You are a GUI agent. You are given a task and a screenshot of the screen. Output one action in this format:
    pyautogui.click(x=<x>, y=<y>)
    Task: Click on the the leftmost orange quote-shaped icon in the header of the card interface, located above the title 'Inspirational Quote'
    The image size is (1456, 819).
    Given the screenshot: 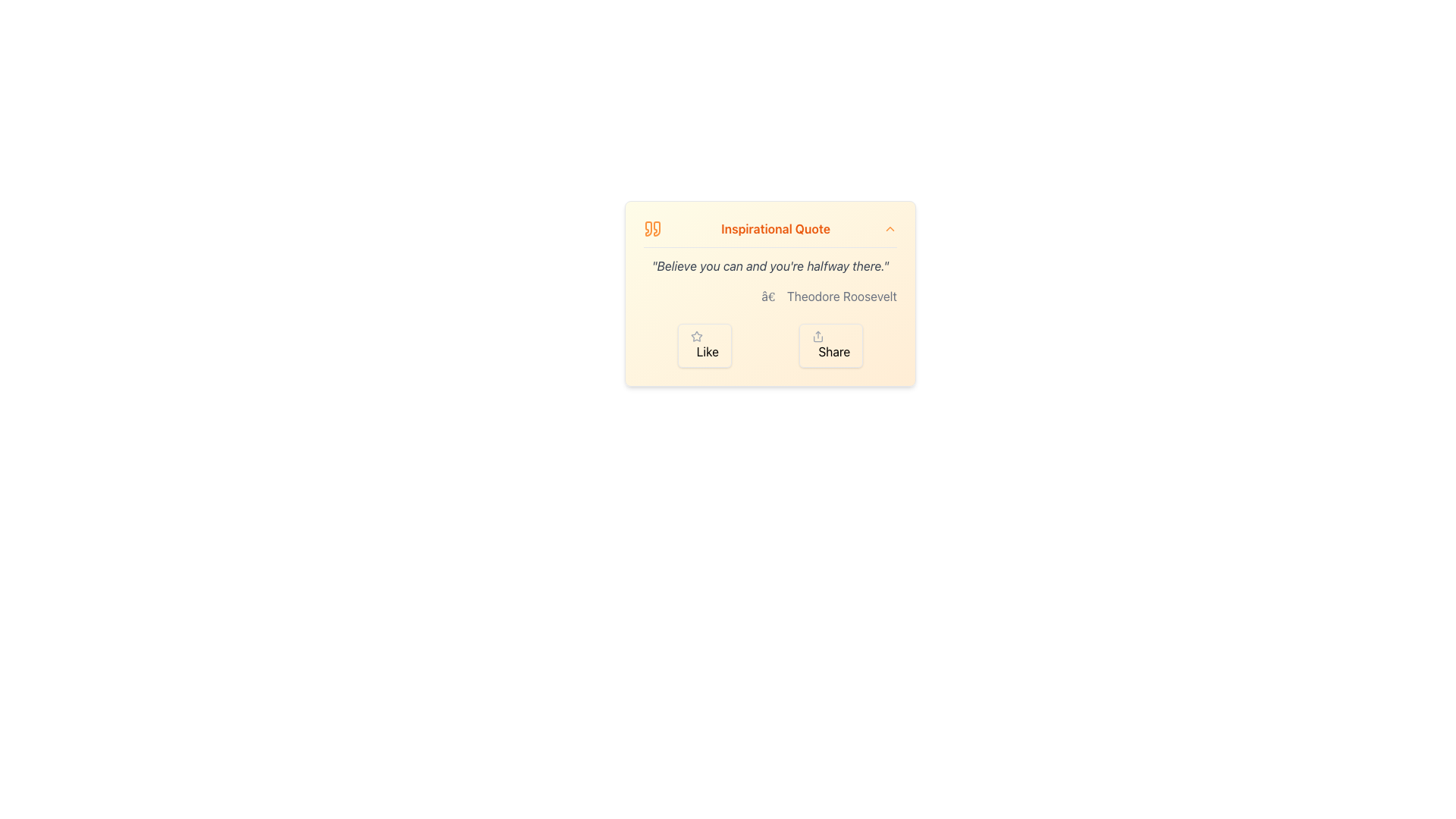 What is the action you would take?
    pyautogui.click(x=648, y=228)
    